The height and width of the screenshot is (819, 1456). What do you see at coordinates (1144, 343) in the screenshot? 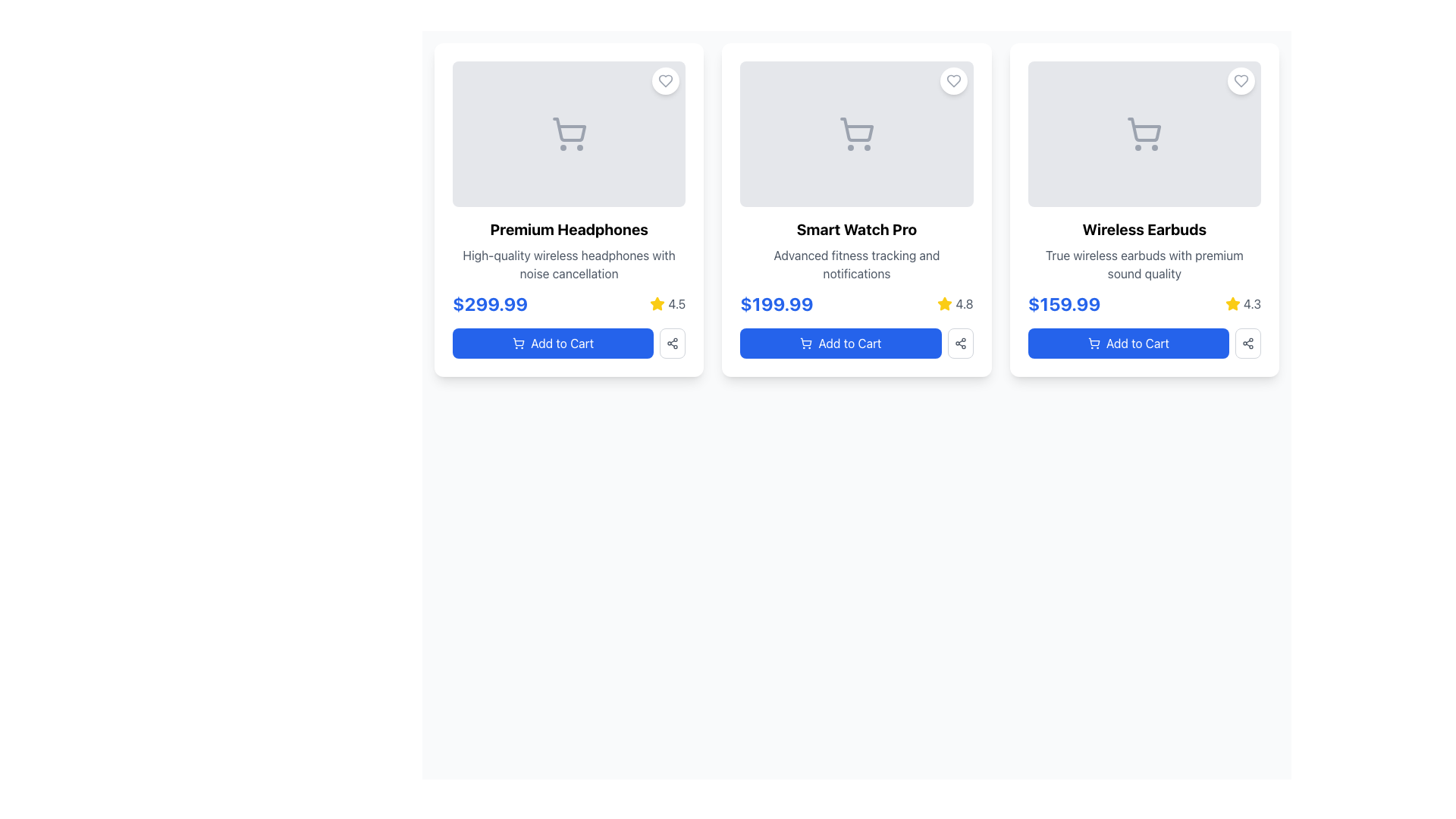
I see `the 'Add to Cart' button located at the lower section of the product card on the rightmost side of the page` at bounding box center [1144, 343].